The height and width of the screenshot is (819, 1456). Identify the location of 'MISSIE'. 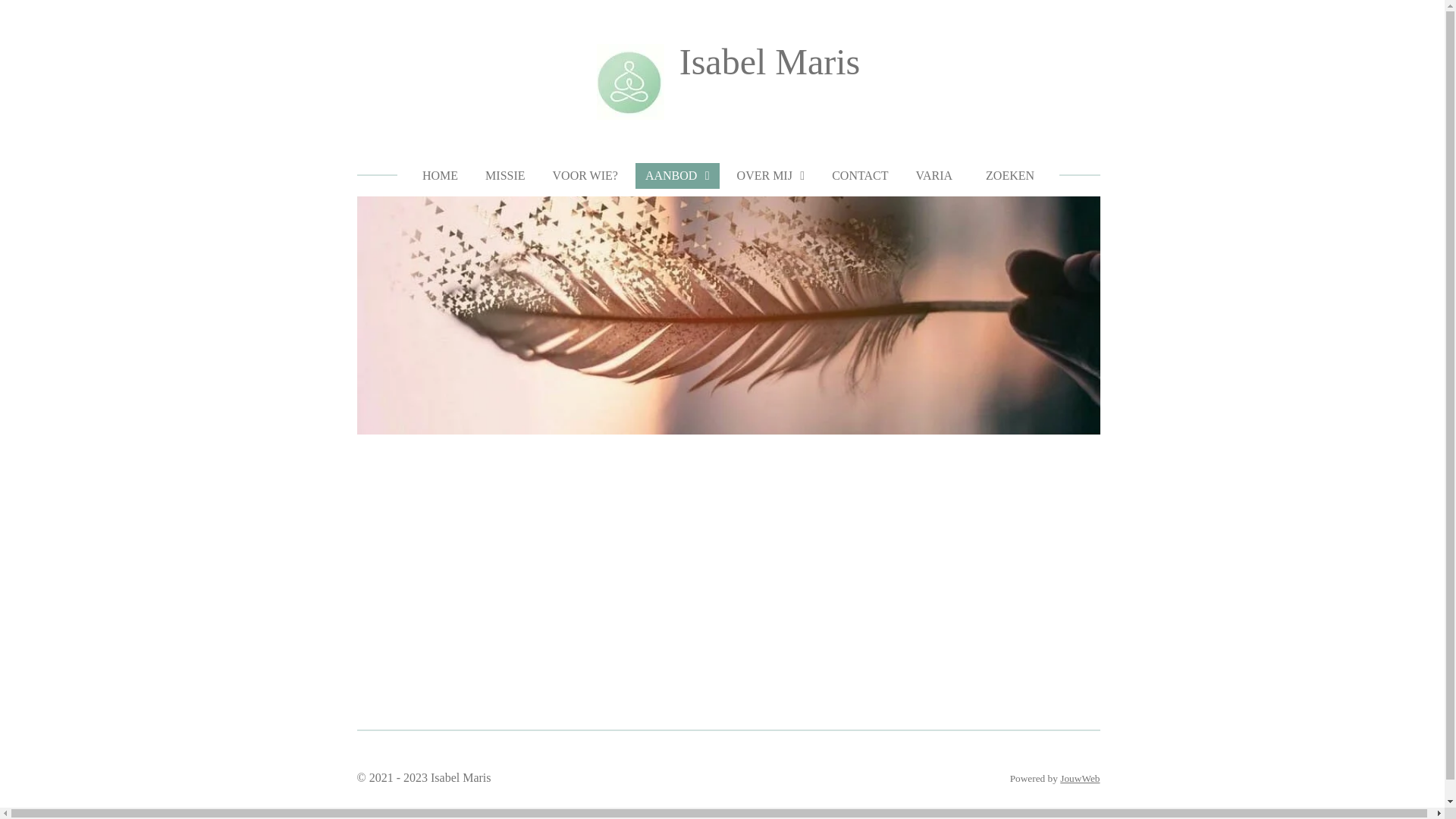
(505, 174).